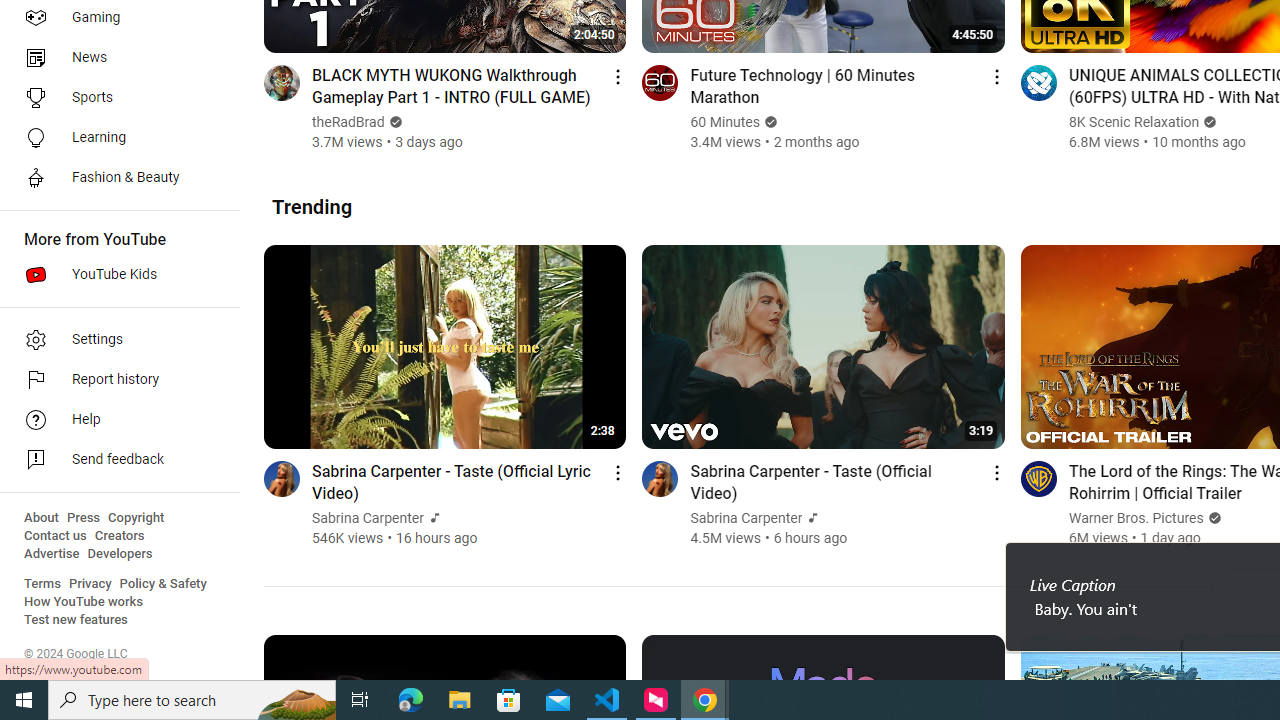 This screenshot has width=1280, height=720. What do you see at coordinates (311, 206) in the screenshot?
I see `'Trending'` at bounding box center [311, 206].